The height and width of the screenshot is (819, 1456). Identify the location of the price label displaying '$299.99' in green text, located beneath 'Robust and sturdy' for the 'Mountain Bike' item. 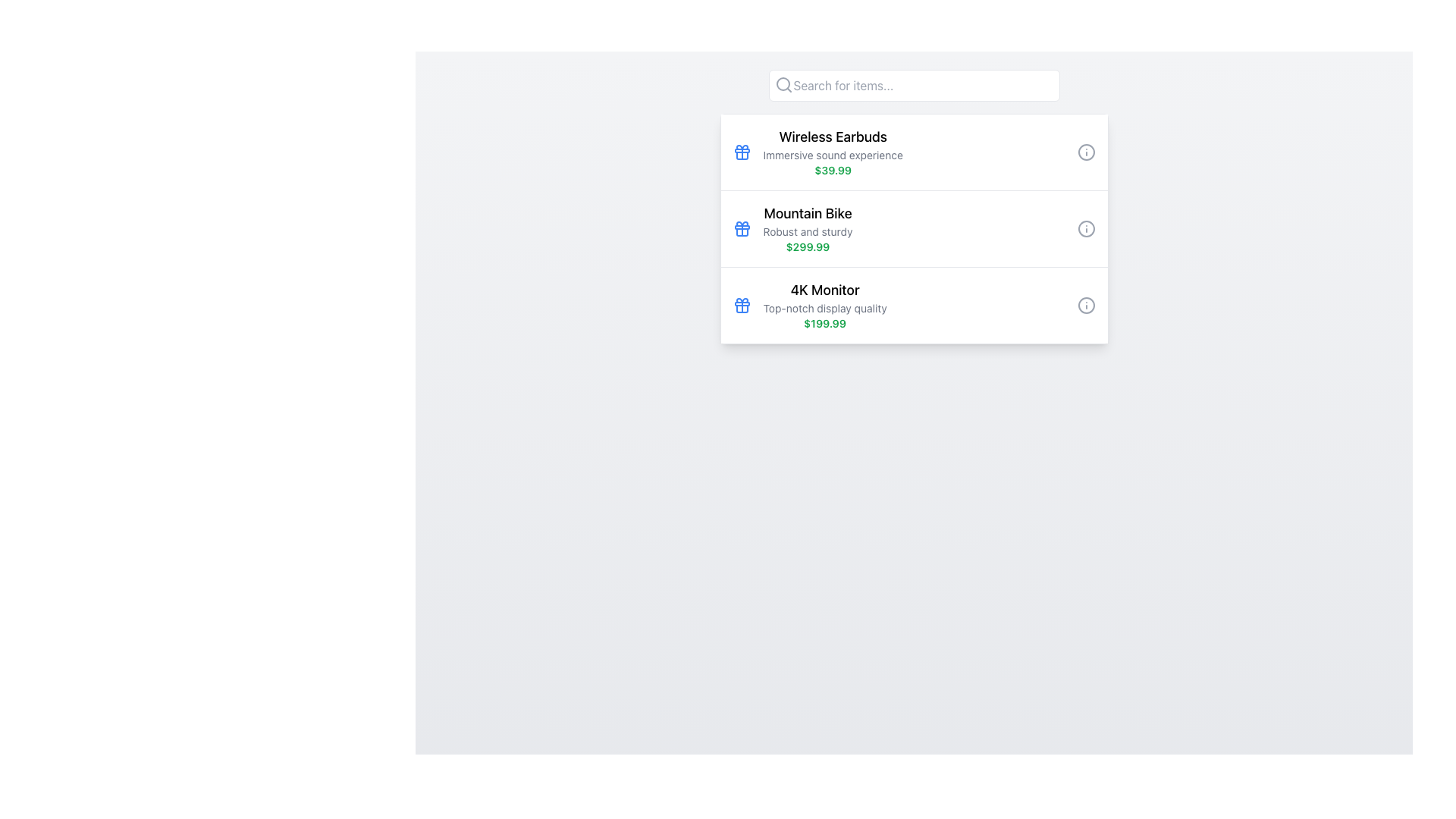
(807, 246).